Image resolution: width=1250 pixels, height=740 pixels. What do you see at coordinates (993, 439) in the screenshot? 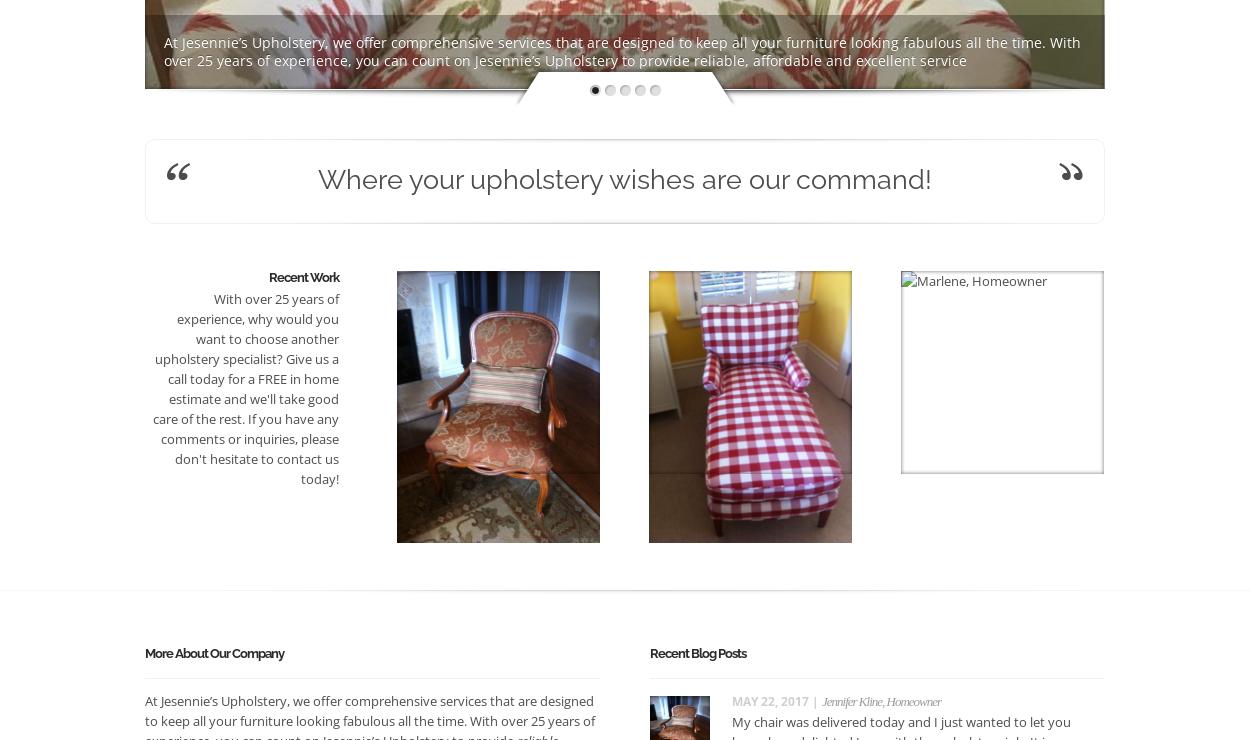
I see `'We love it! Thank you for taking on a difficult...'` at bounding box center [993, 439].